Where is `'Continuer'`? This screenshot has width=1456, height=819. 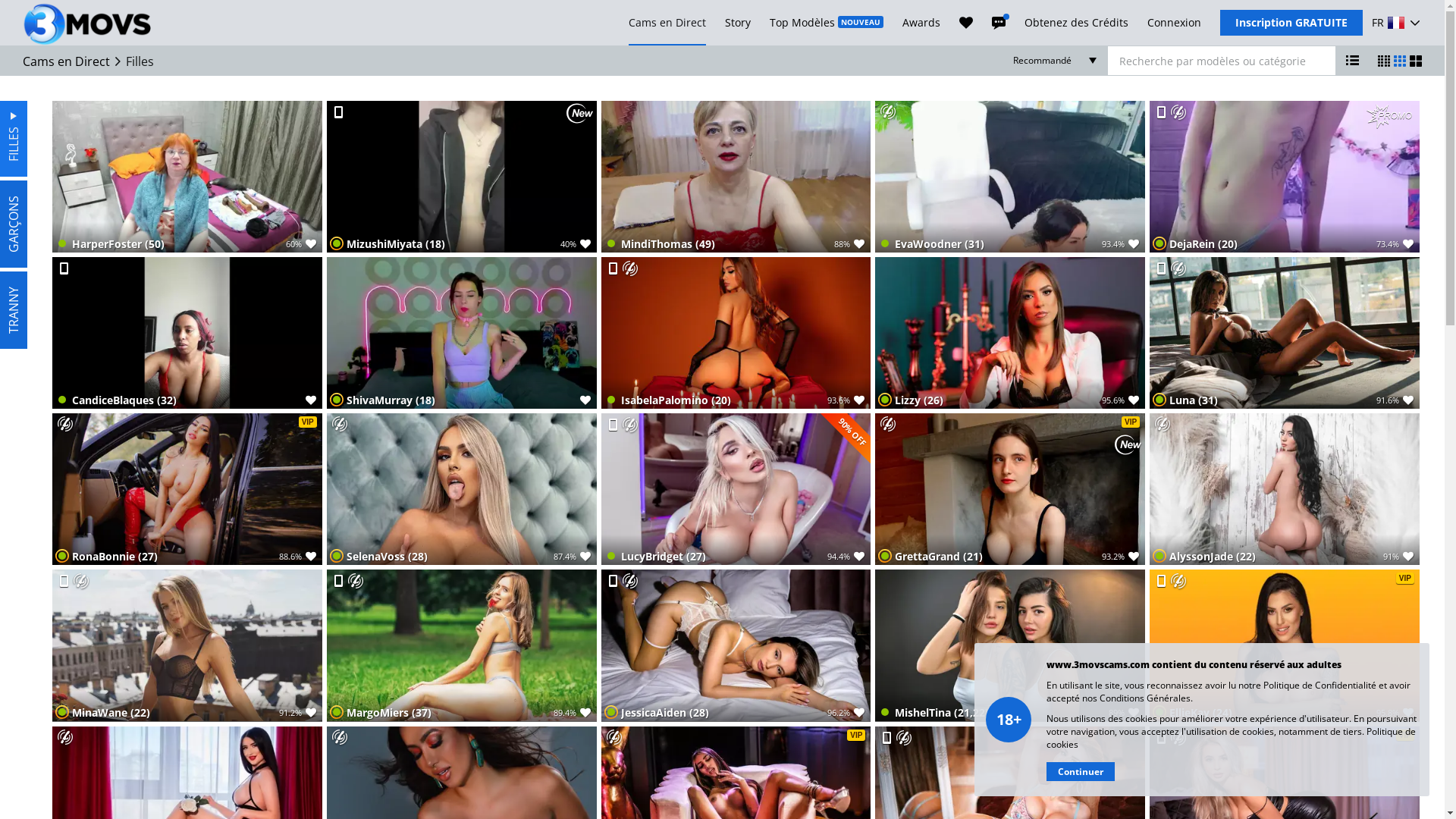
'Continuer' is located at coordinates (1080, 771).